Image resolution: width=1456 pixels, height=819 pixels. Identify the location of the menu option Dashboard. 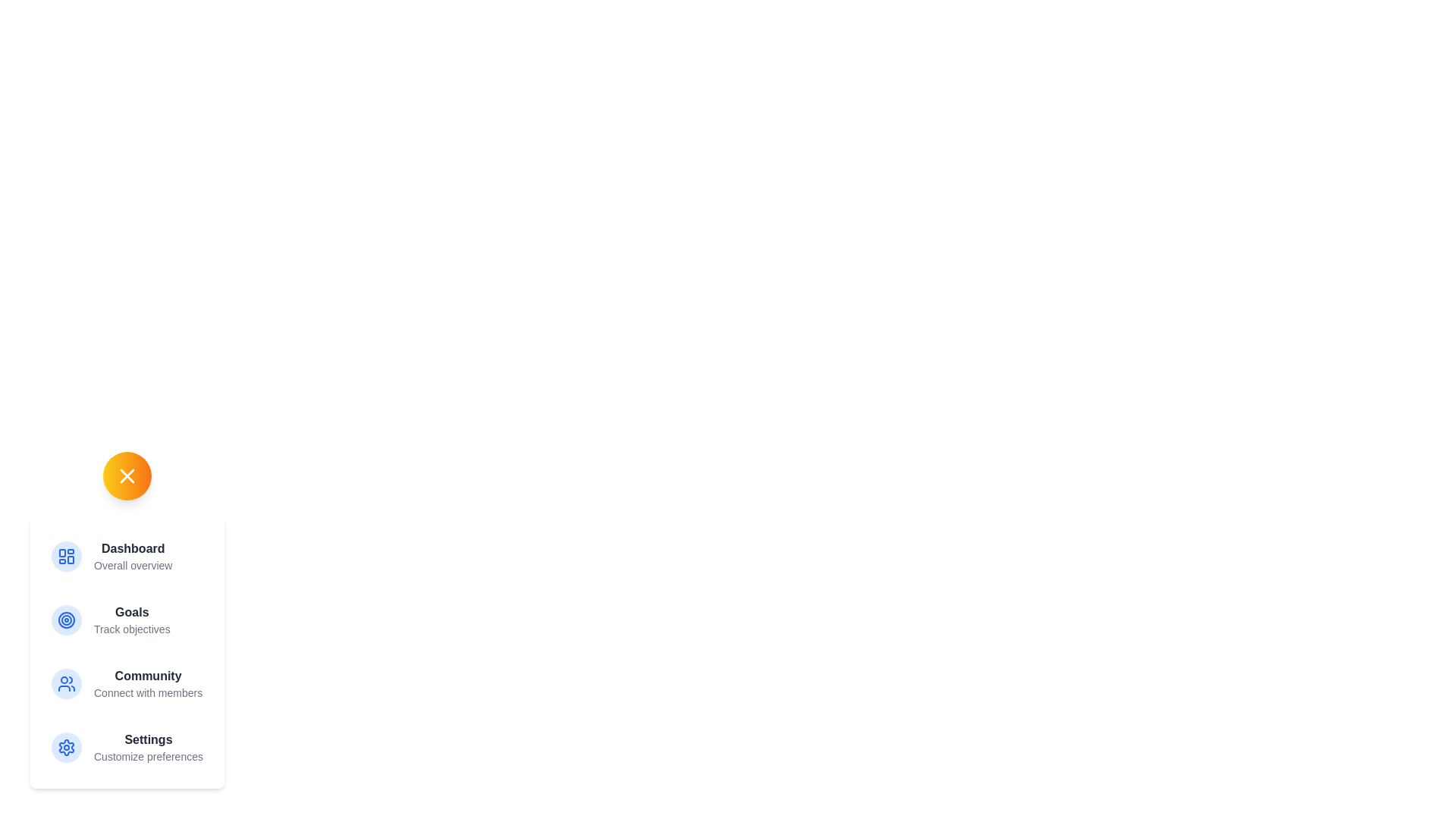
(127, 556).